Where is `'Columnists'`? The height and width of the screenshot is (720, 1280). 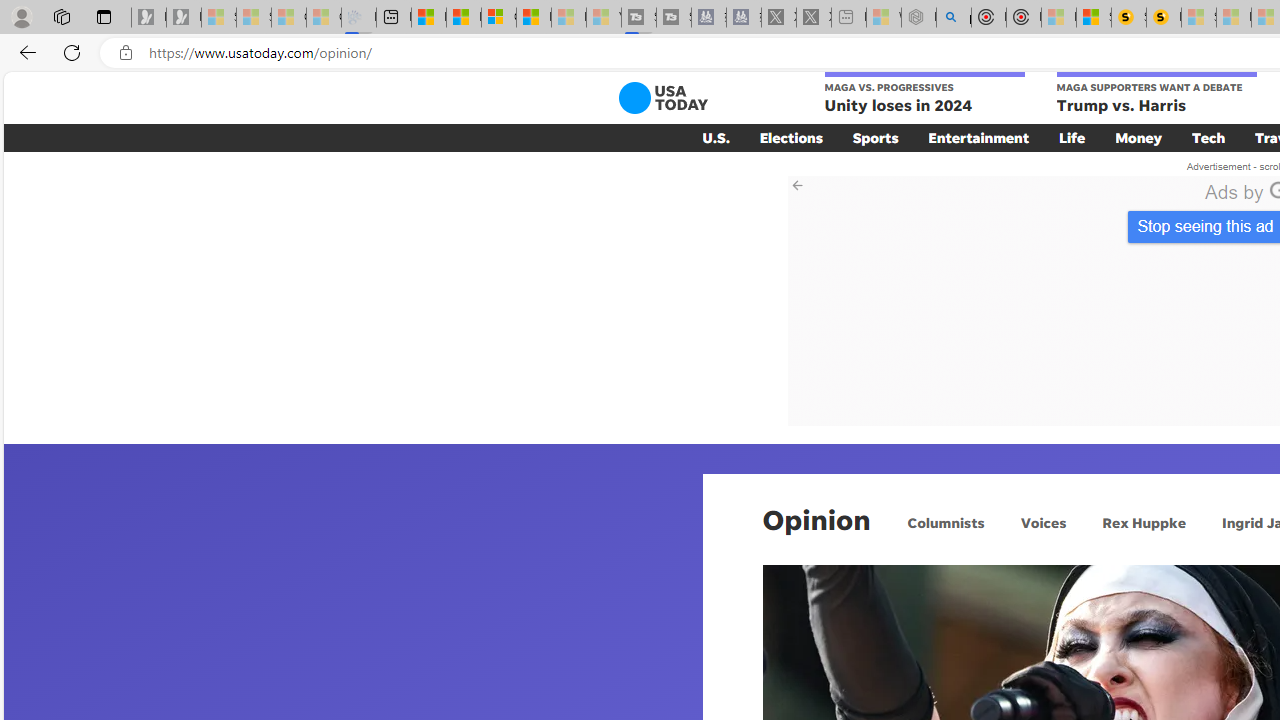 'Columnists' is located at coordinates (944, 521).